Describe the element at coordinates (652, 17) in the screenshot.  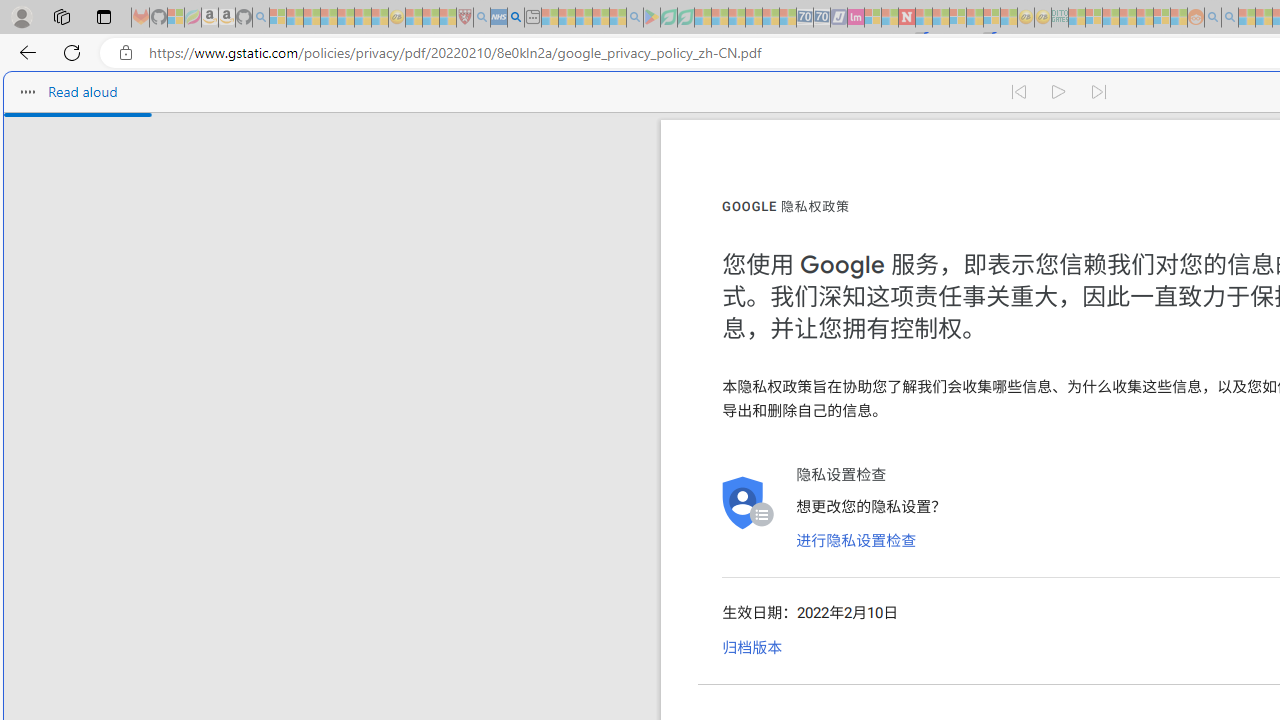
I see `'Bluey: Let'` at that location.